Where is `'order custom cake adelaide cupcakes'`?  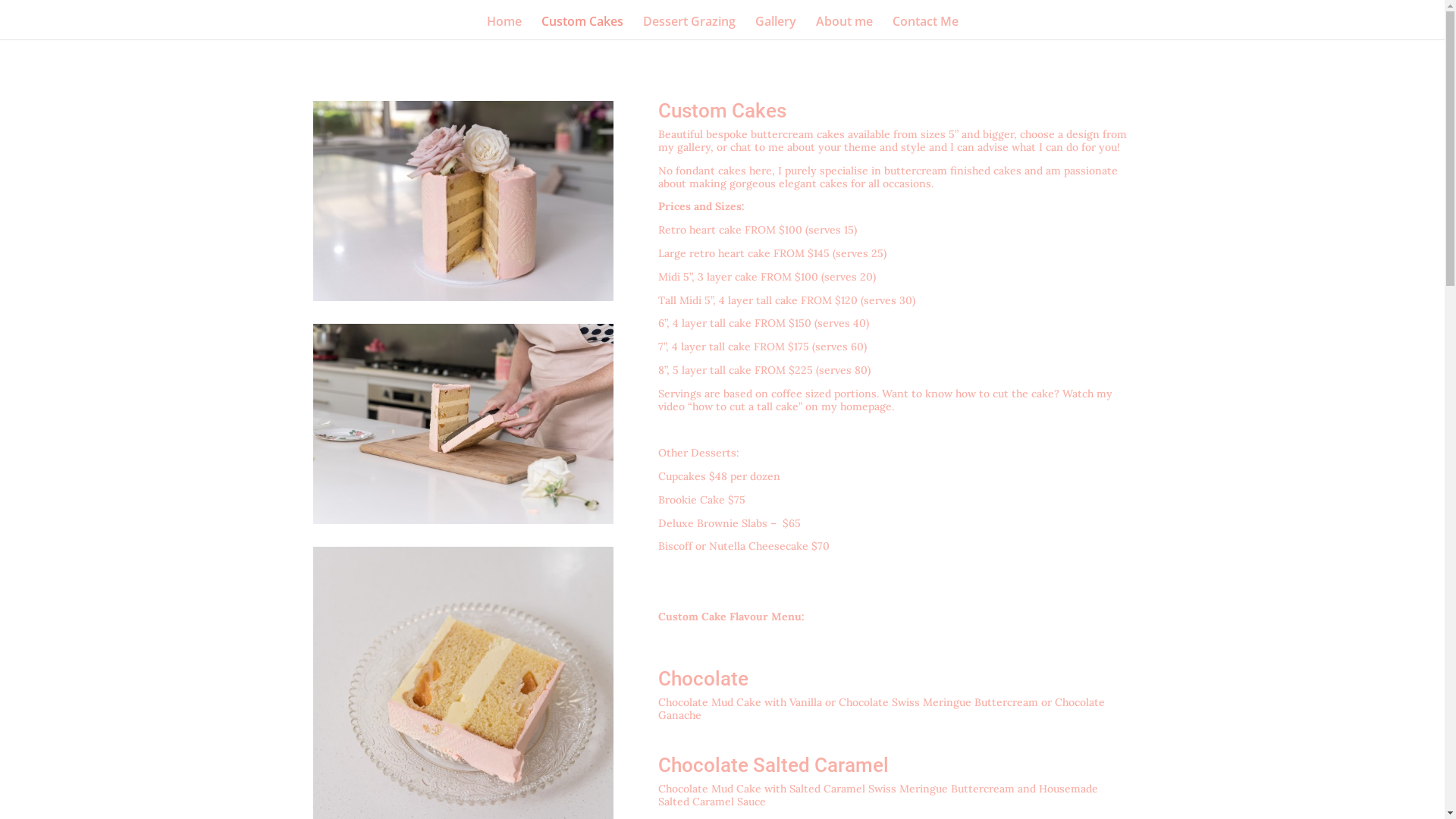
'order custom cake adelaide cupcakes' is located at coordinates (461, 200).